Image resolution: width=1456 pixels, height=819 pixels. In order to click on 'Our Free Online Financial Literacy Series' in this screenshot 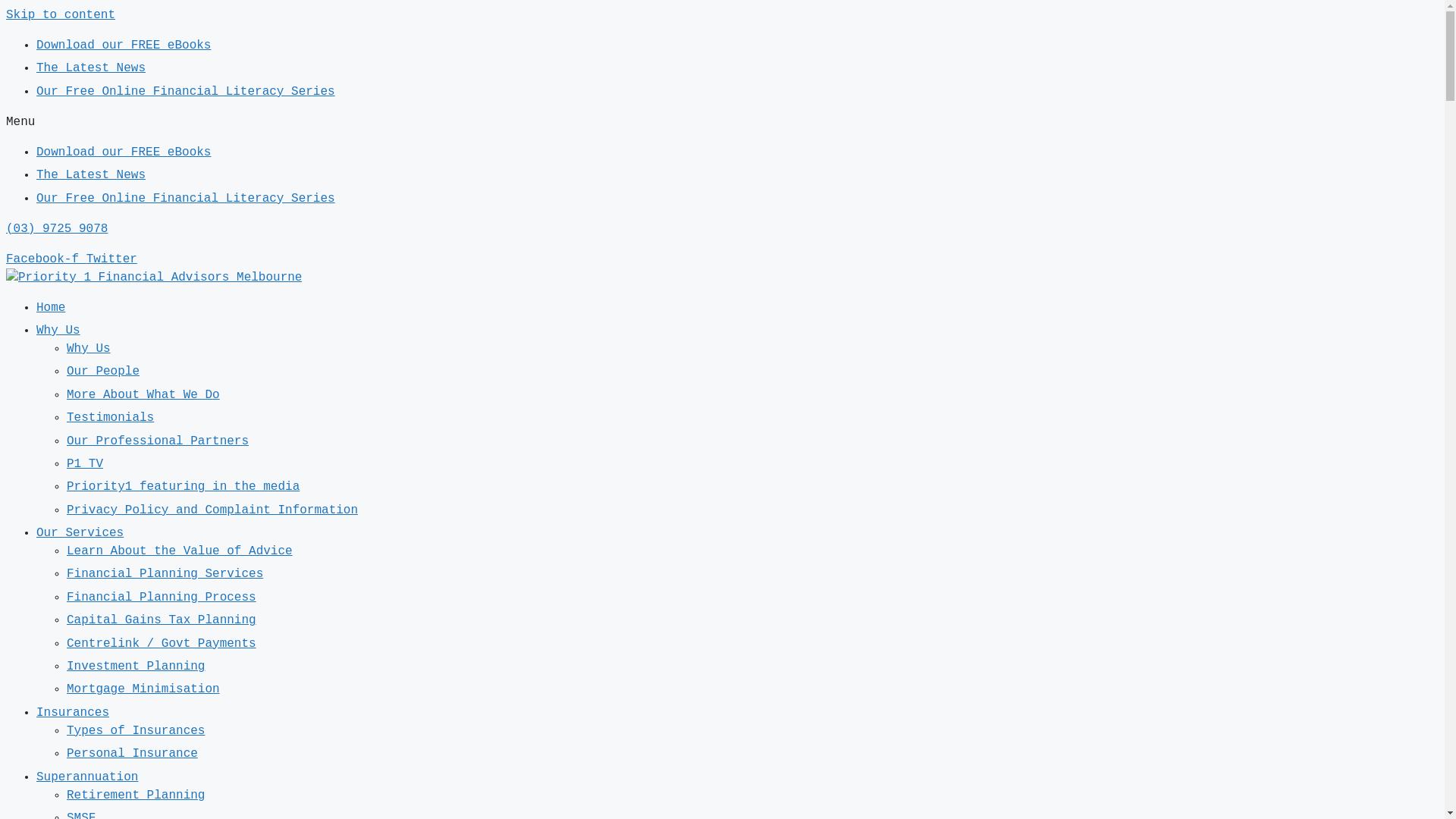, I will do `click(184, 91)`.